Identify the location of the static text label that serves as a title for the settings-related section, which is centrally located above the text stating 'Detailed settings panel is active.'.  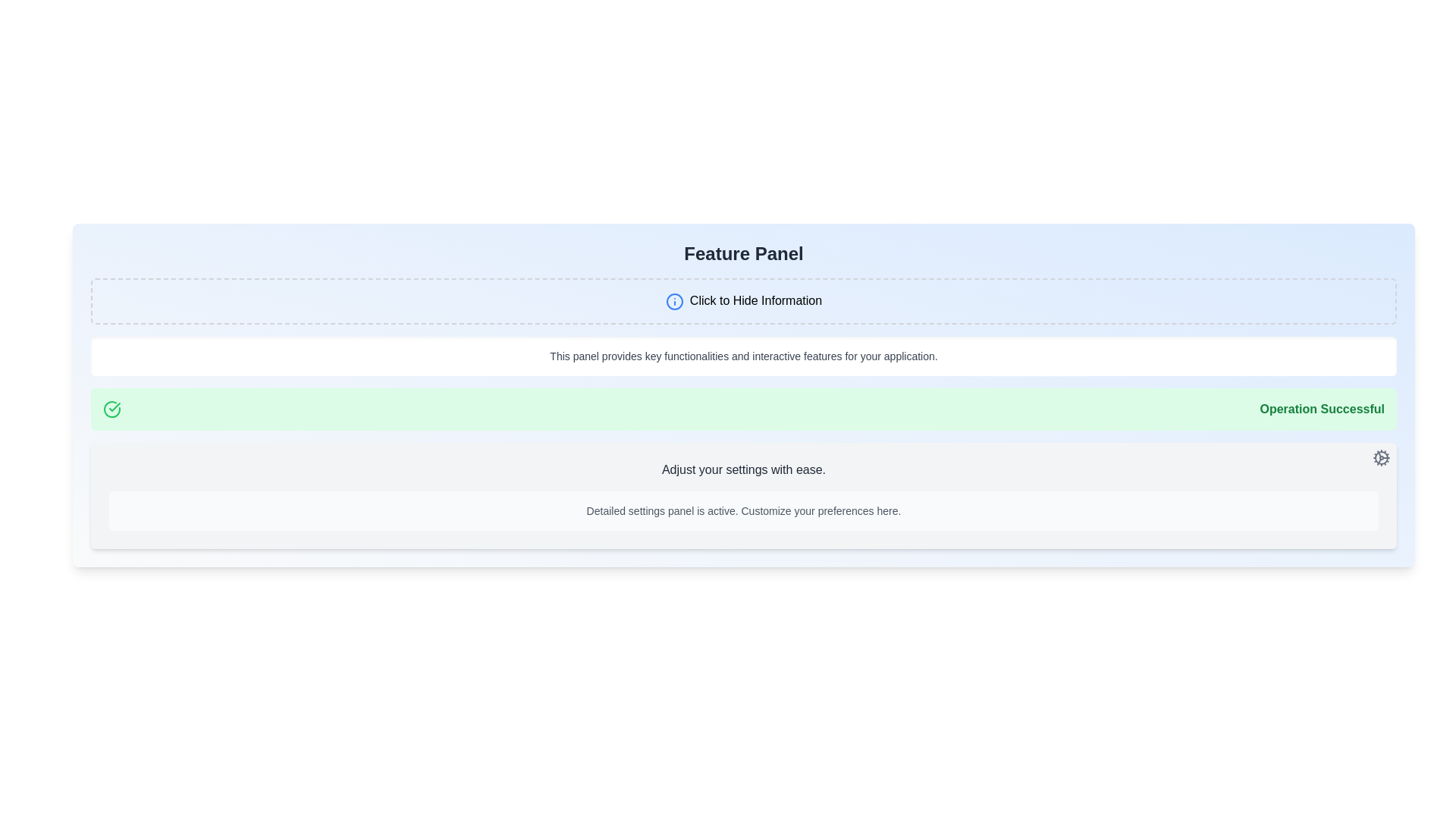
(743, 469).